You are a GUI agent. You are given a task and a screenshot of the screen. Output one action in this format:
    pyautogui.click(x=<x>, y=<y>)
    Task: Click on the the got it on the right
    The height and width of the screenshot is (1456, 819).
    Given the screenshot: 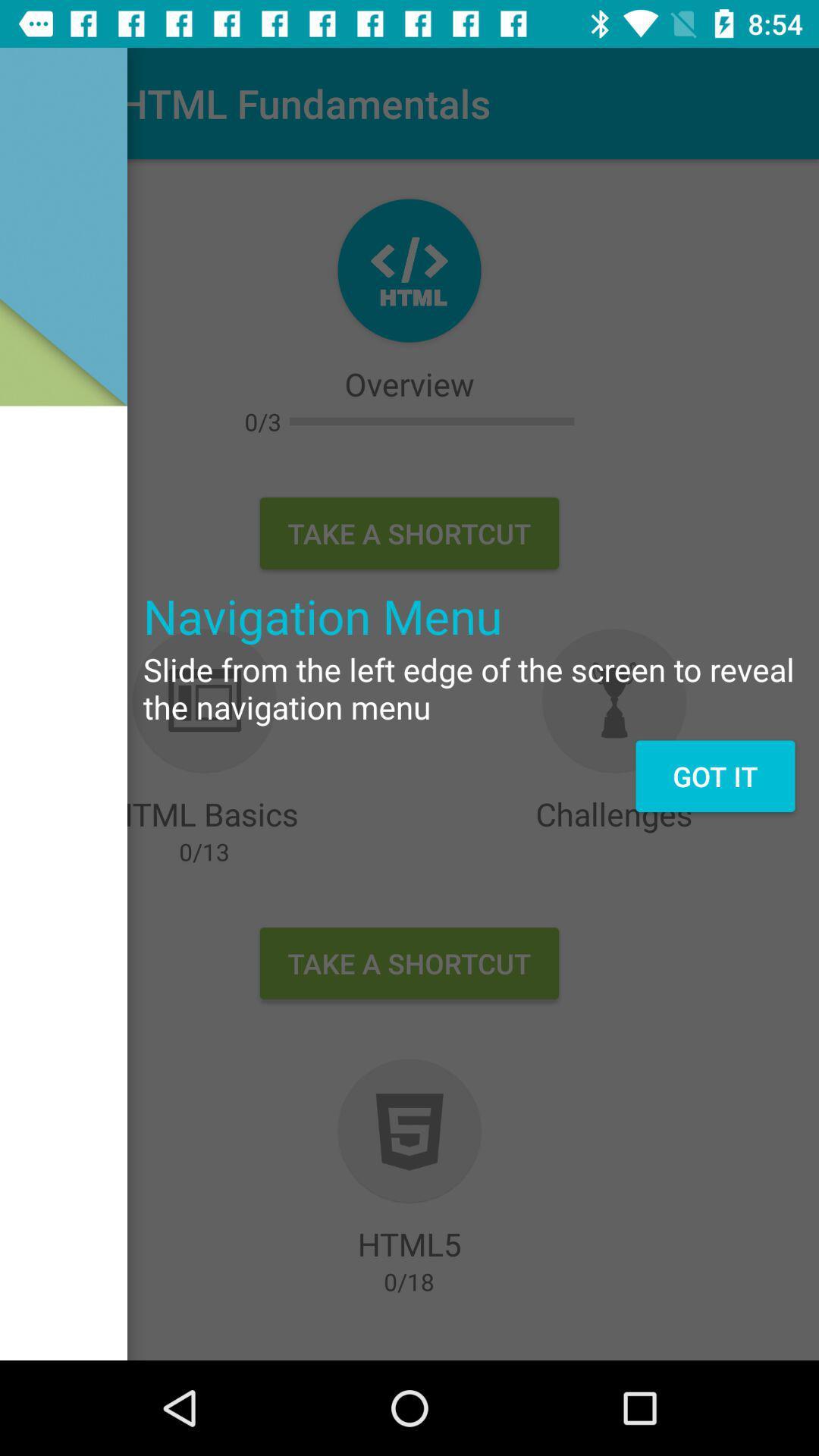 What is the action you would take?
    pyautogui.click(x=715, y=776)
    